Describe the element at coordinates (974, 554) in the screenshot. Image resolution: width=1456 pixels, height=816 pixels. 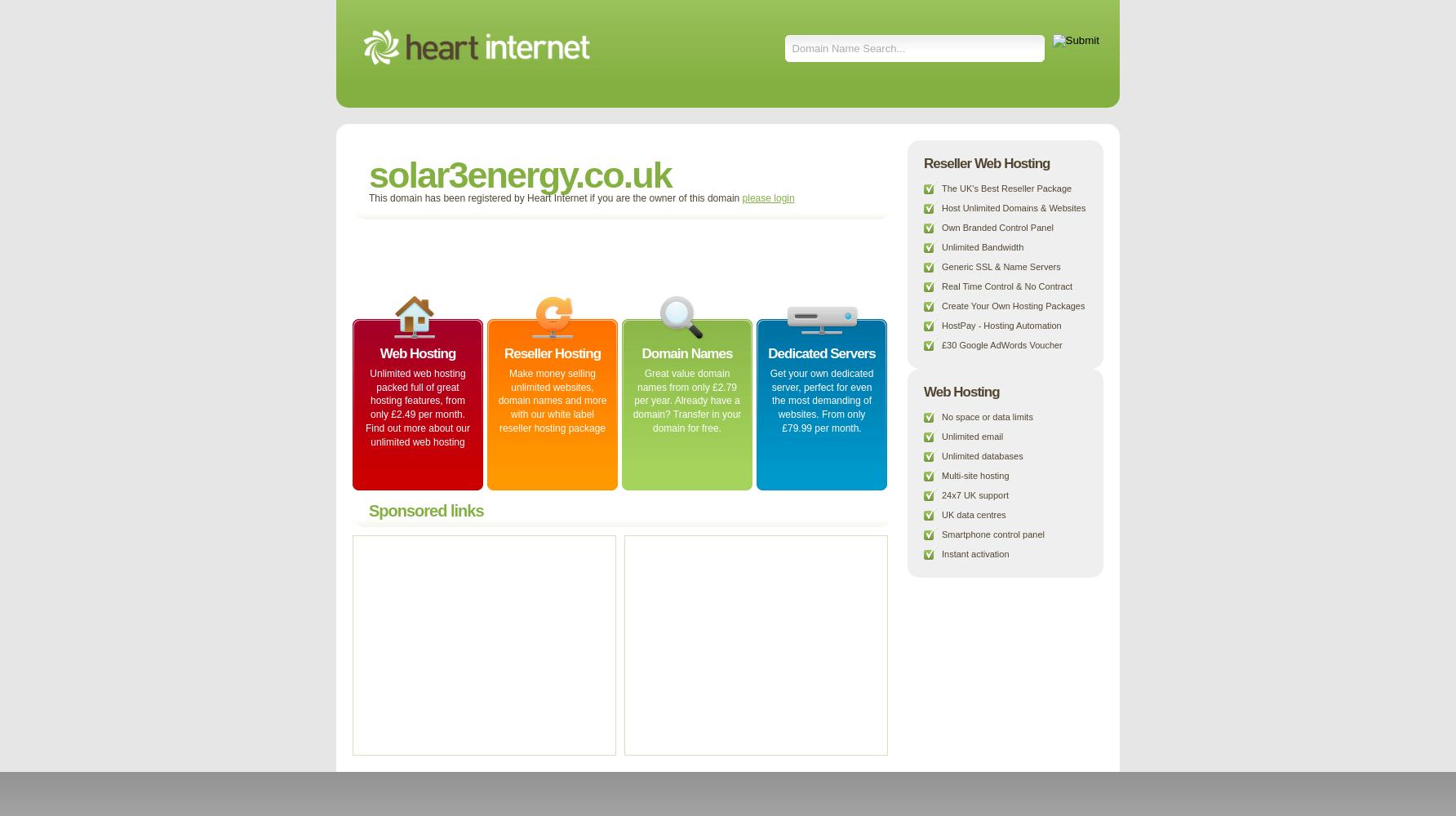
I see `'Instant activation'` at that location.